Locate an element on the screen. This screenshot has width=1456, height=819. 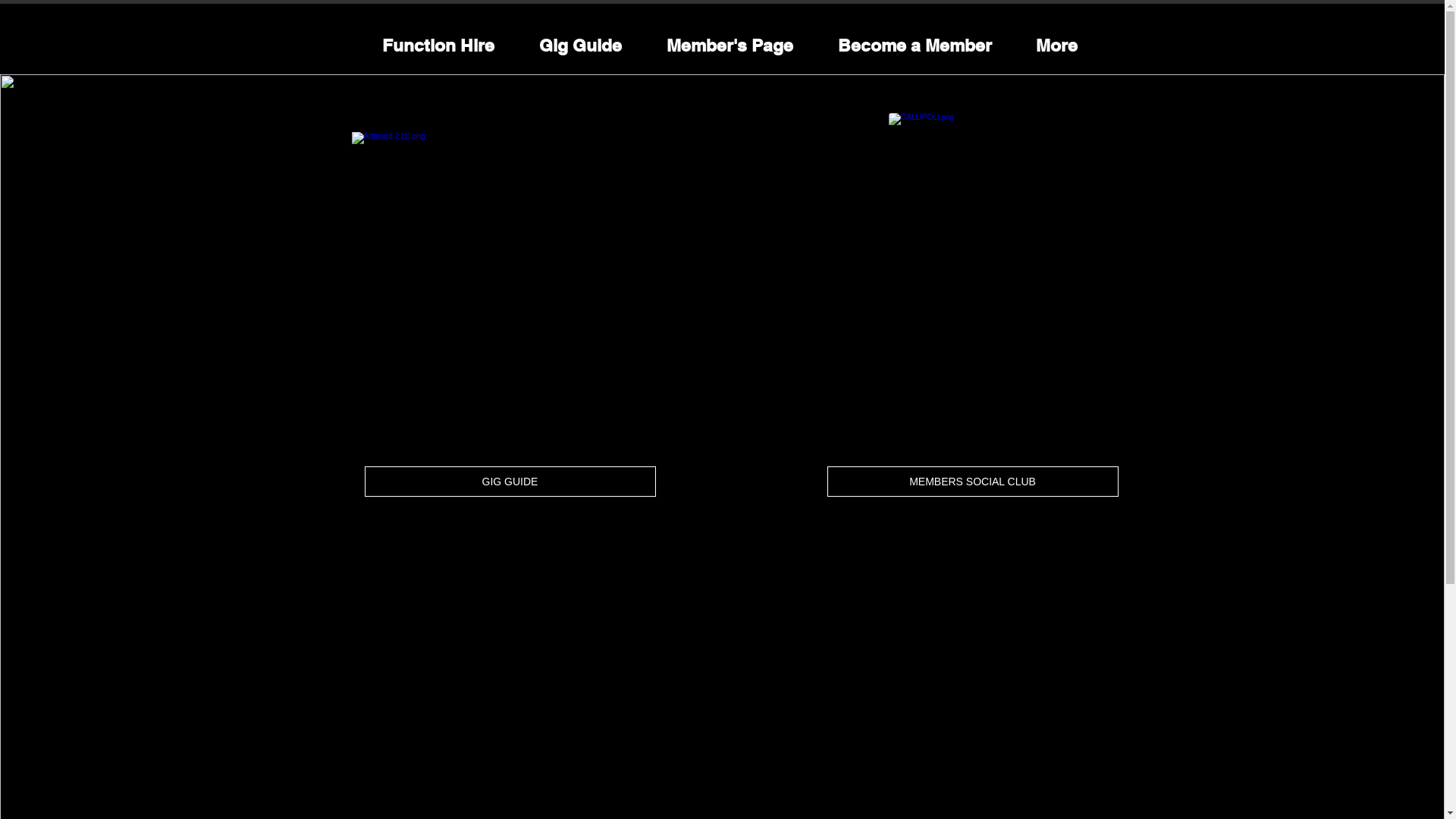
'MEMBERS SOCIAL CLUB' is located at coordinates (971, 482).